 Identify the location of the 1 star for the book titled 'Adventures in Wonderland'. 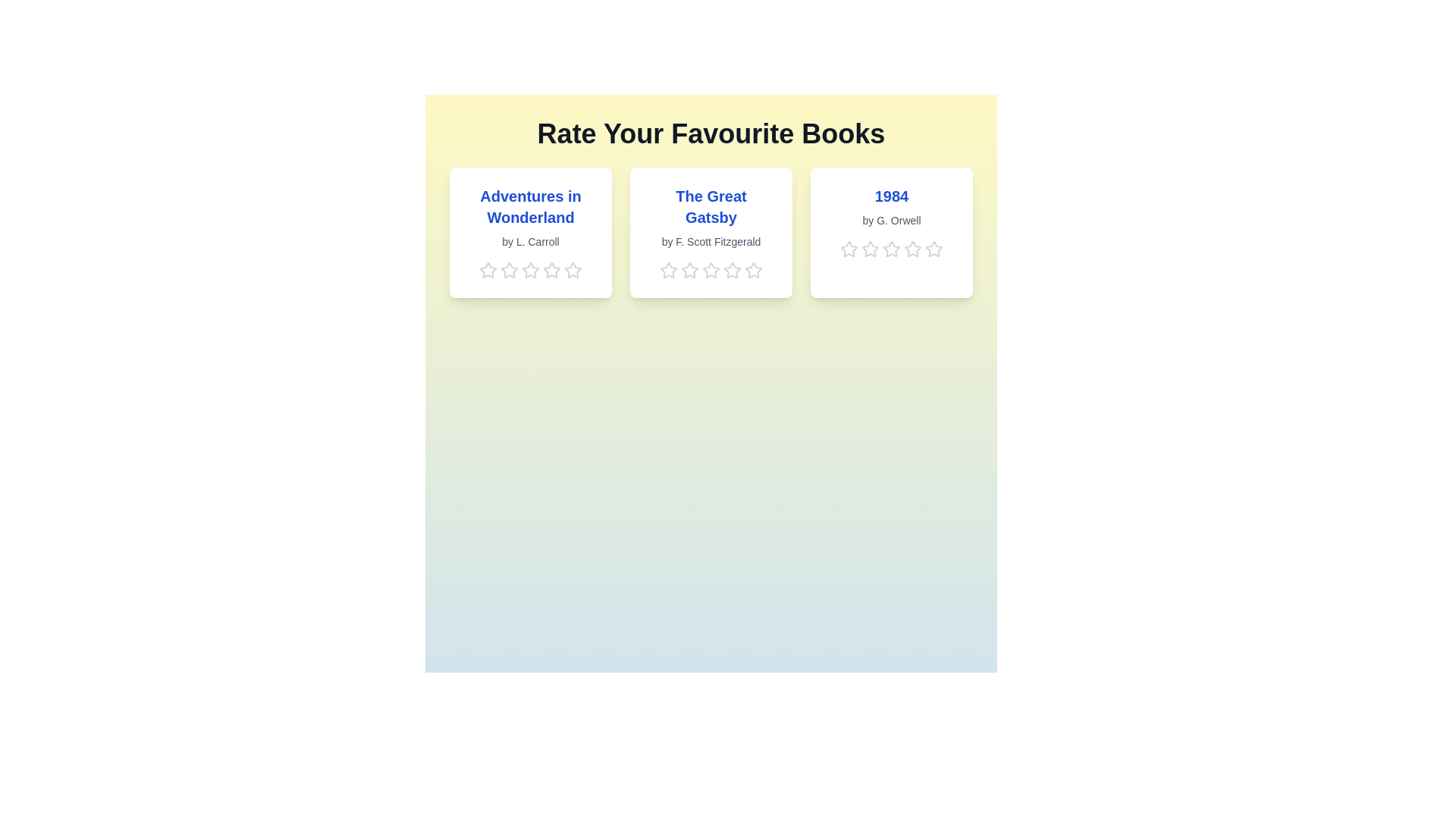
(488, 270).